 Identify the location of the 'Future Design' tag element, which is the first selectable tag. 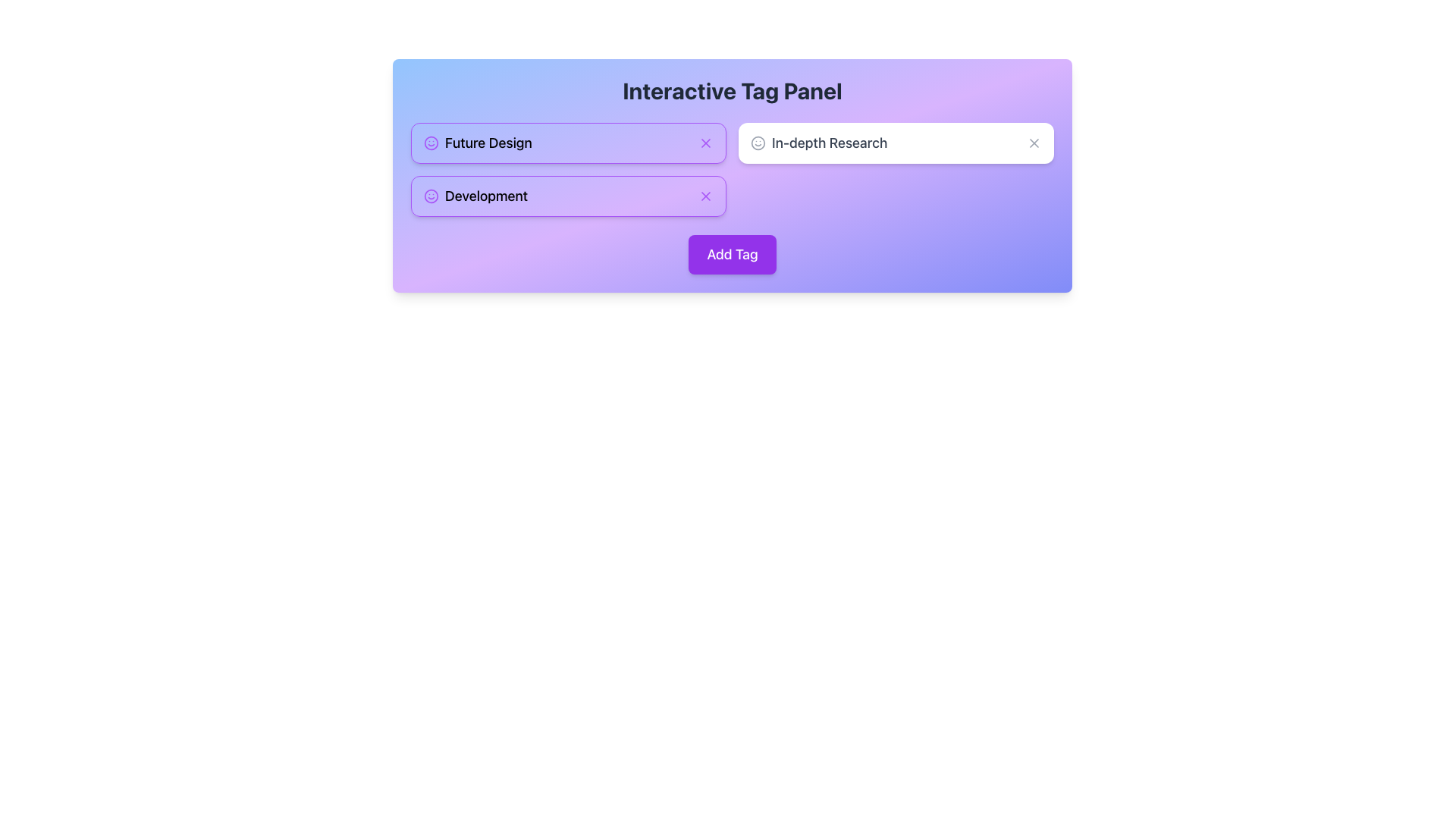
(477, 143).